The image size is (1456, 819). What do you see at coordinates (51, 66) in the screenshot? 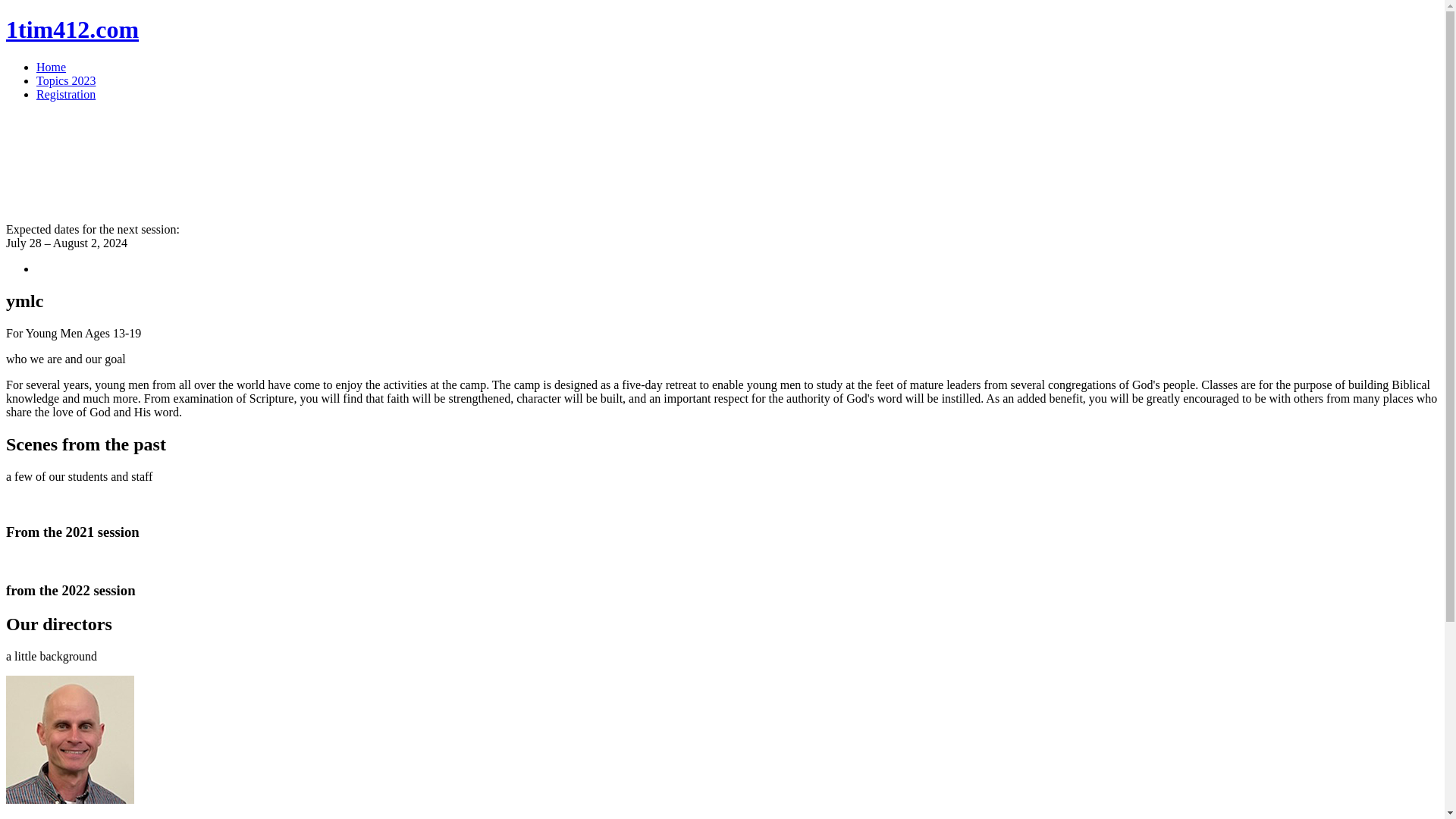
I see `'Home'` at bounding box center [51, 66].